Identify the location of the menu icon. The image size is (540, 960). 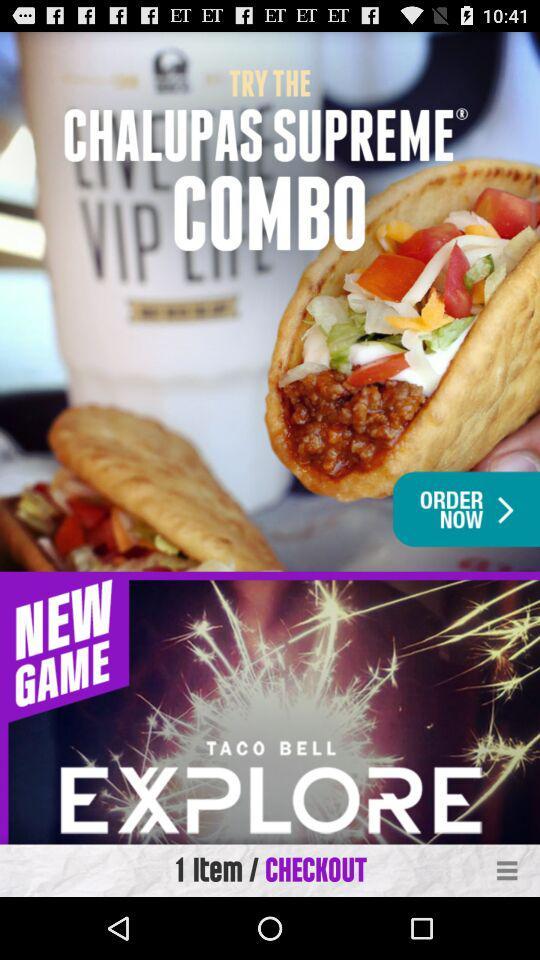
(507, 931).